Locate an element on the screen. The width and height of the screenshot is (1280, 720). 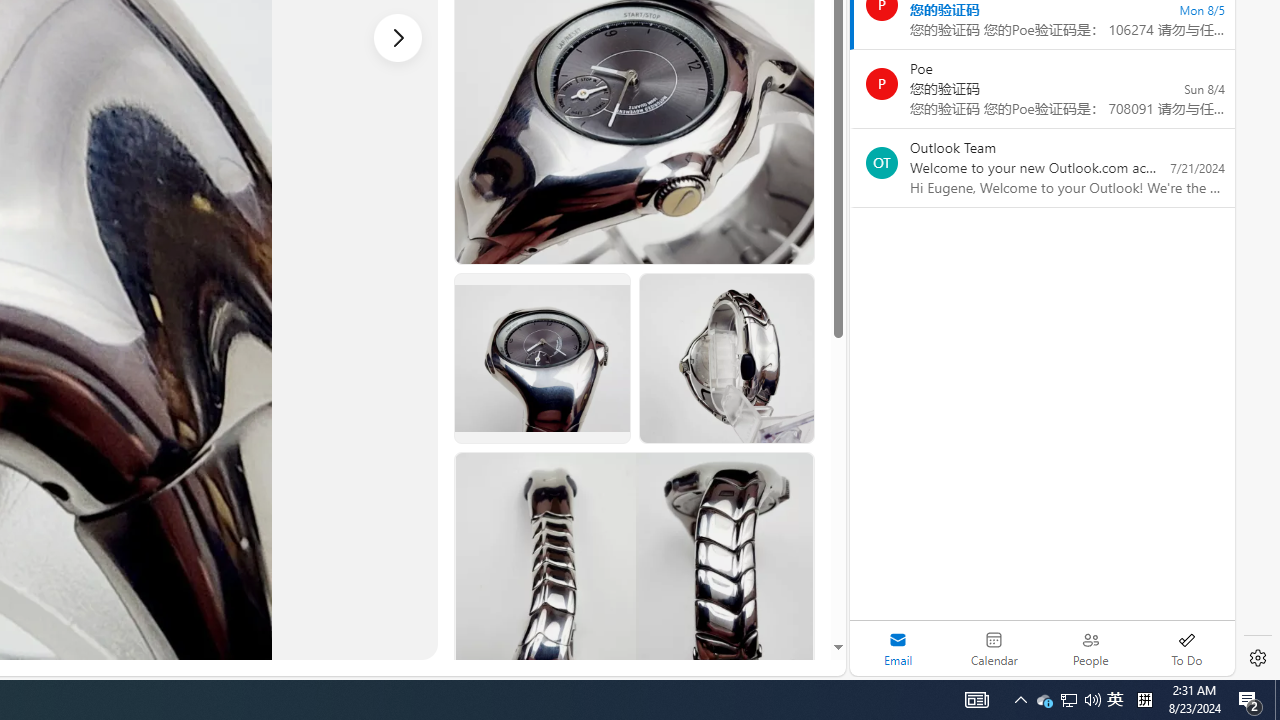
'To Do' is located at coordinates (1186, 648).